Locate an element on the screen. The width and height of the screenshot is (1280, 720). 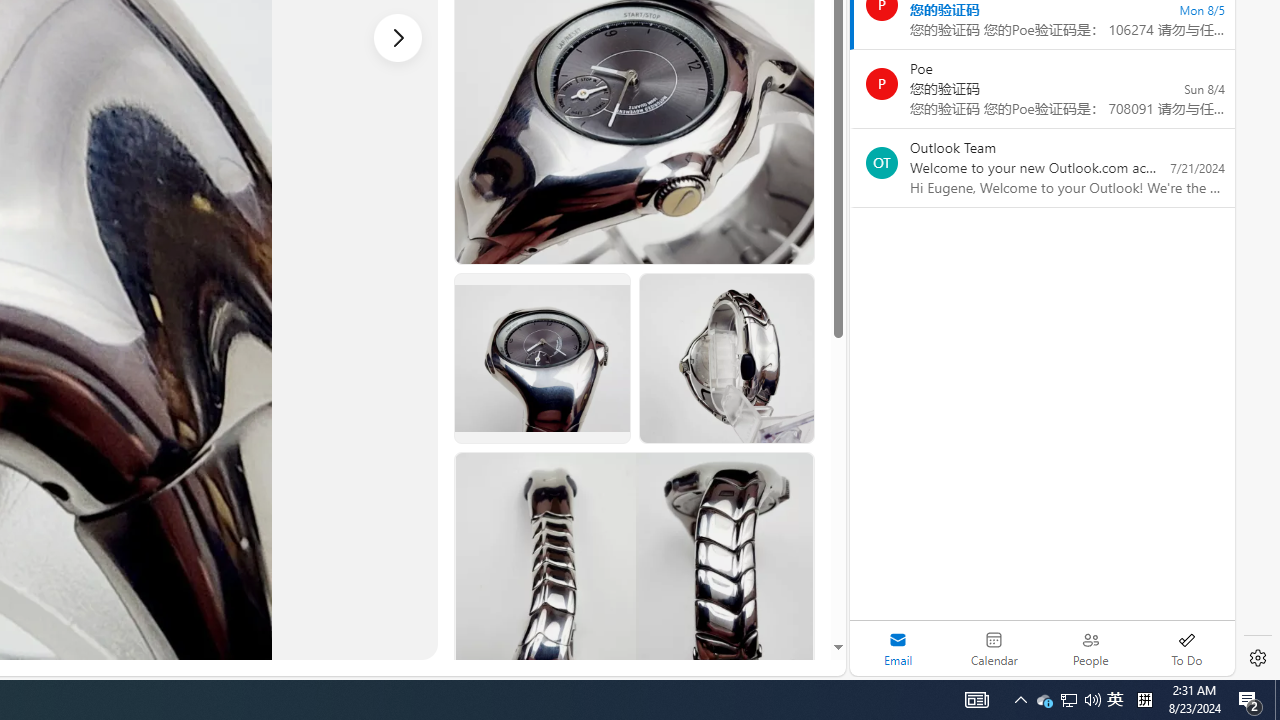
'To Do' is located at coordinates (1186, 648).